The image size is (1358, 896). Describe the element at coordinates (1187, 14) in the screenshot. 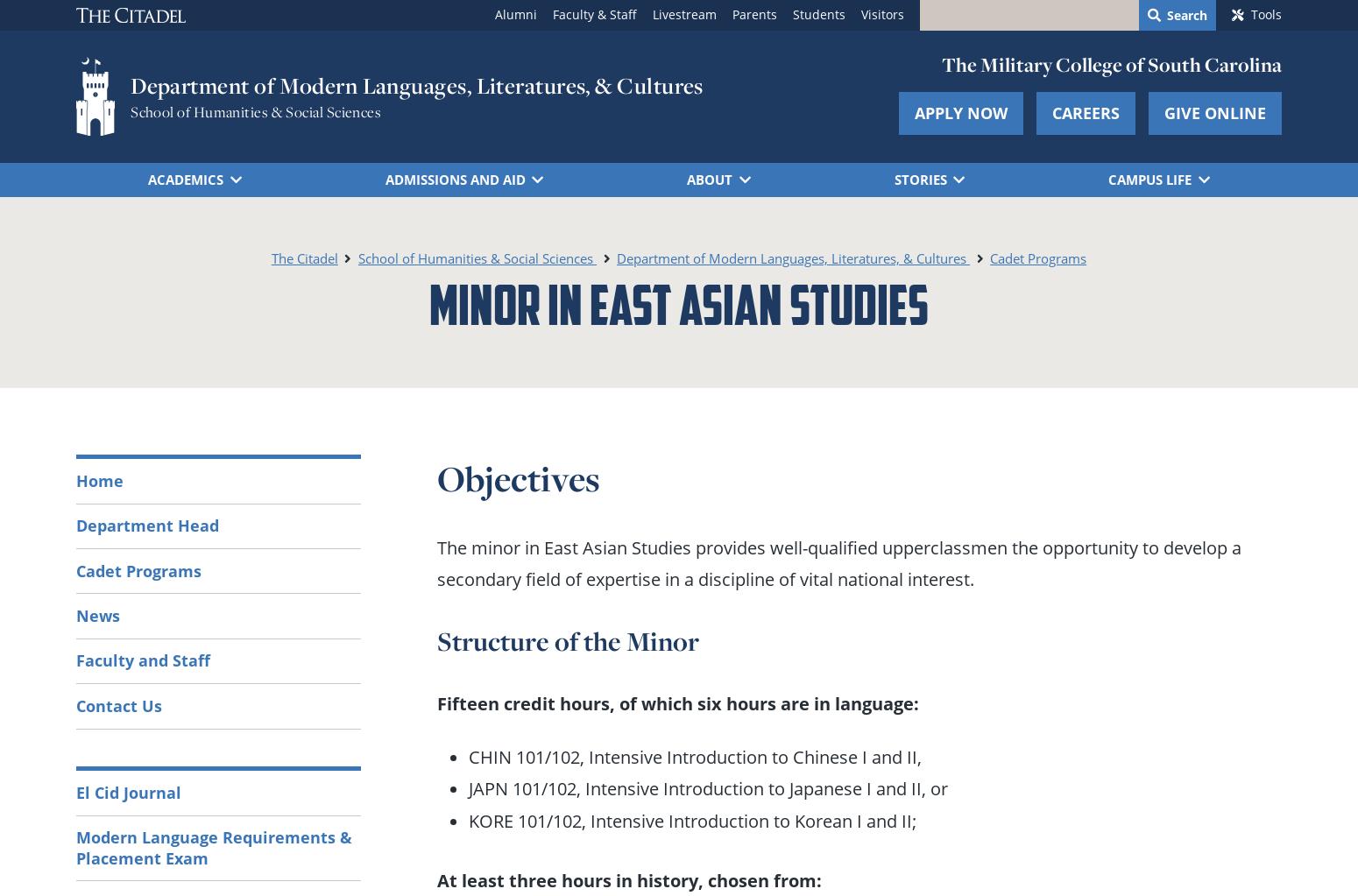

I see `'Search'` at that location.